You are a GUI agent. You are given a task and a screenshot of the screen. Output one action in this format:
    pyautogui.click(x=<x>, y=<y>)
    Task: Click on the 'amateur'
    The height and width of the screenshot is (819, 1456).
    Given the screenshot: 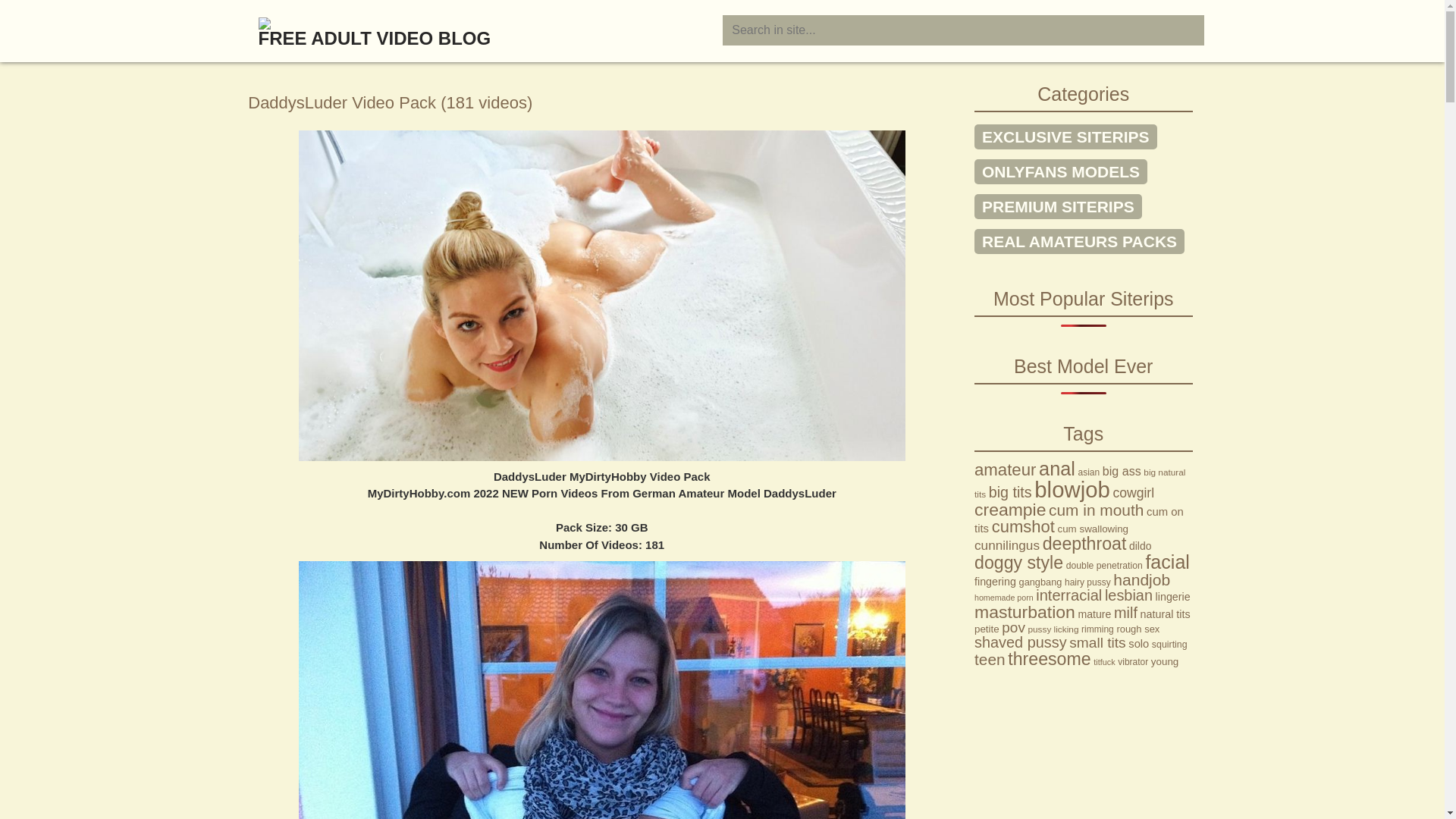 What is the action you would take?
    pyautogui.click(x=1005, y=469)
    